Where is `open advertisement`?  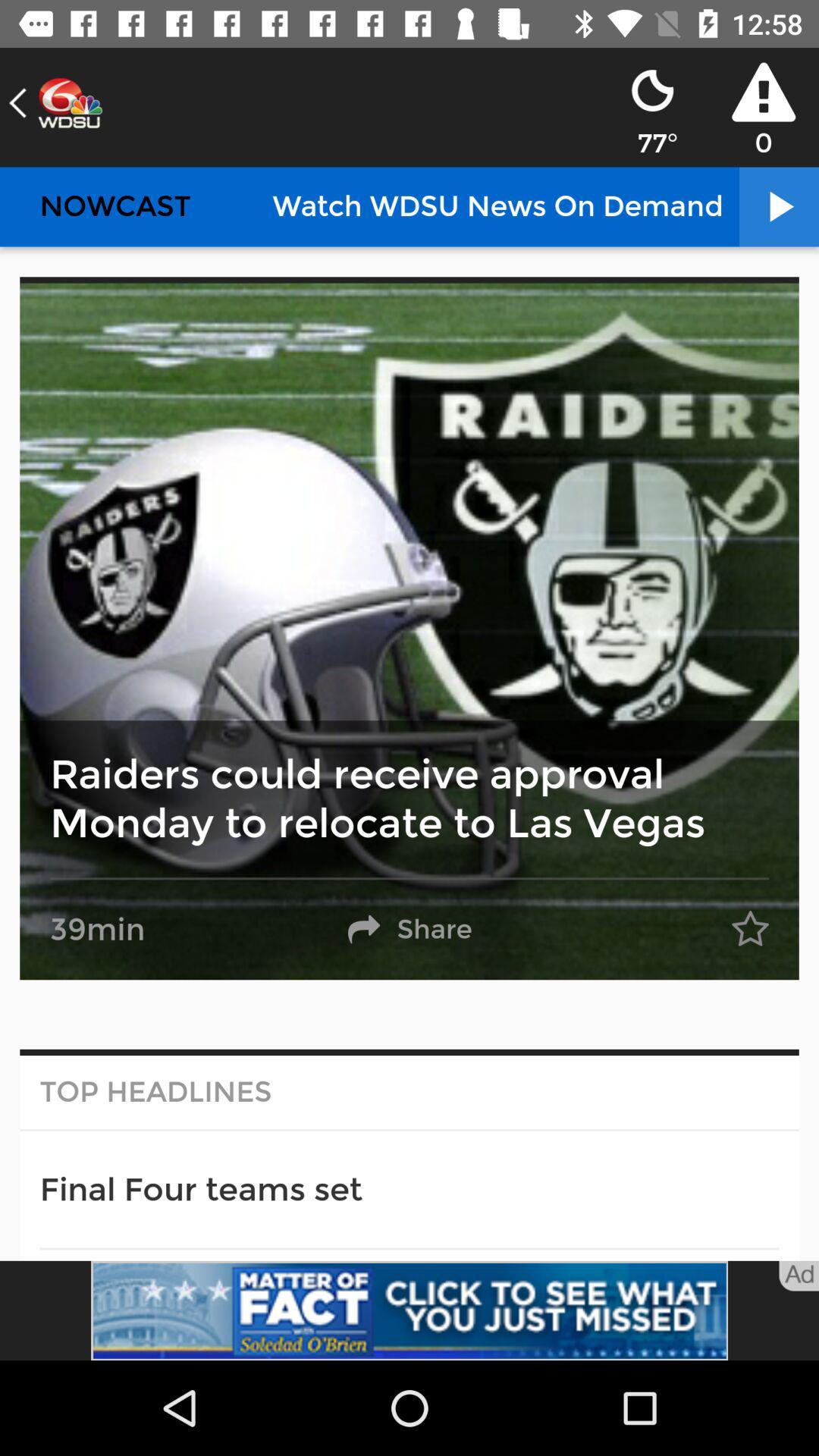 open advertisement is located at coordinates (409, 1310).